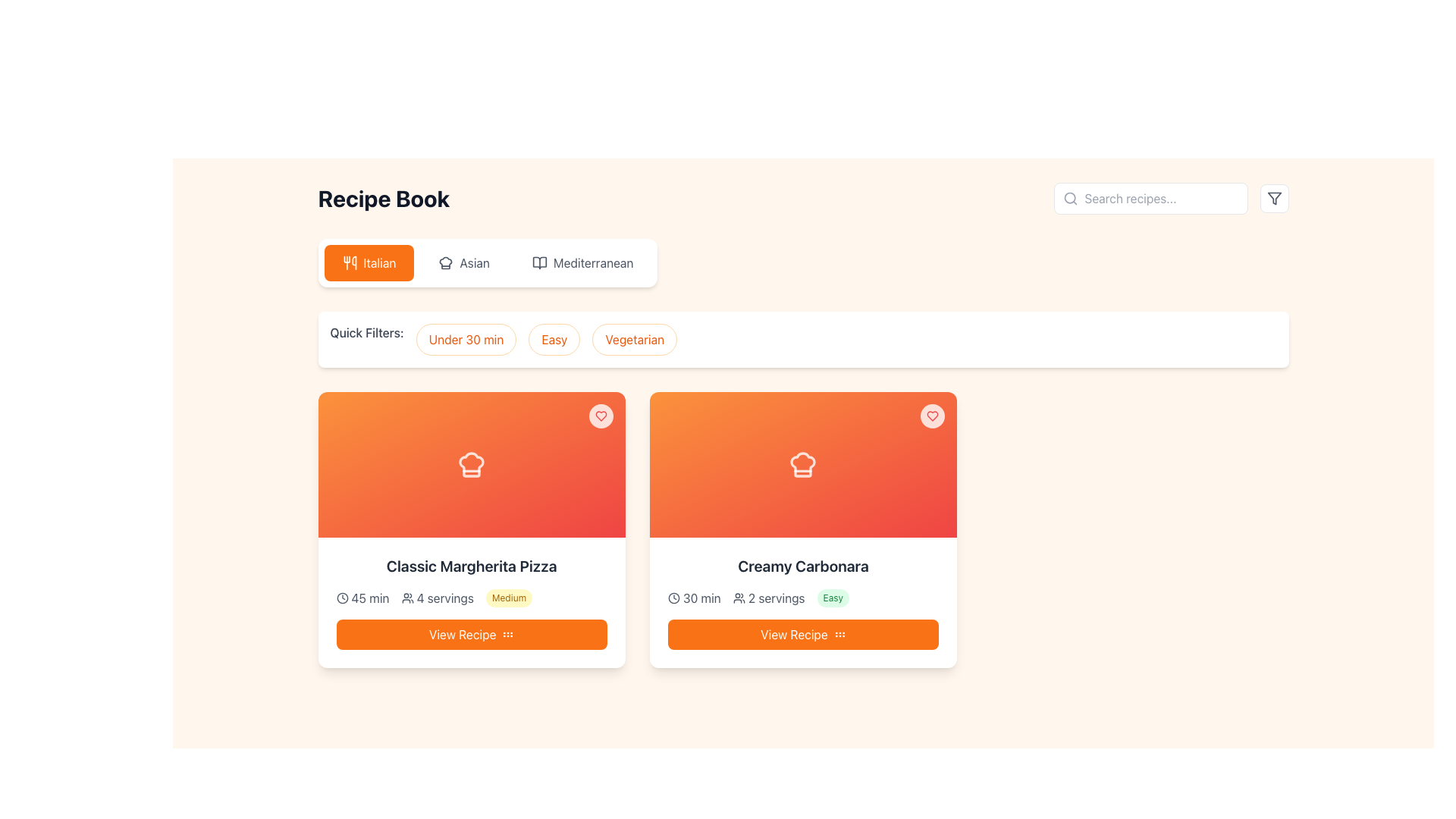 This screenshot has height=819, width=1456. I want to click on the vibrant orange button labeled 'Italian' with a utensils icon, located below the 'Recipe Book' heading, so click(369, 262).